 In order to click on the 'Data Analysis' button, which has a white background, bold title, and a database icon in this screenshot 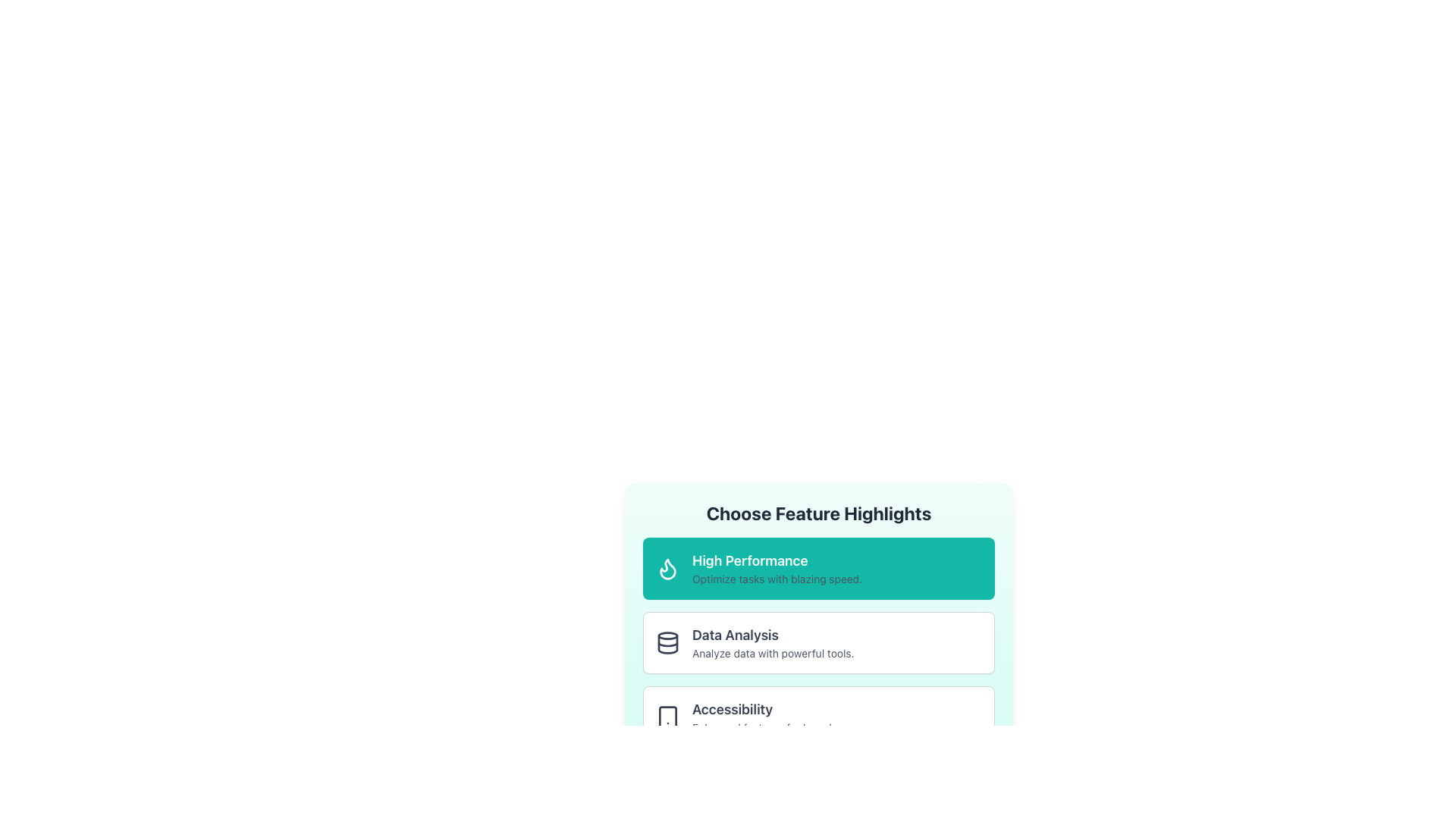, I will do `click(818, 643)`.